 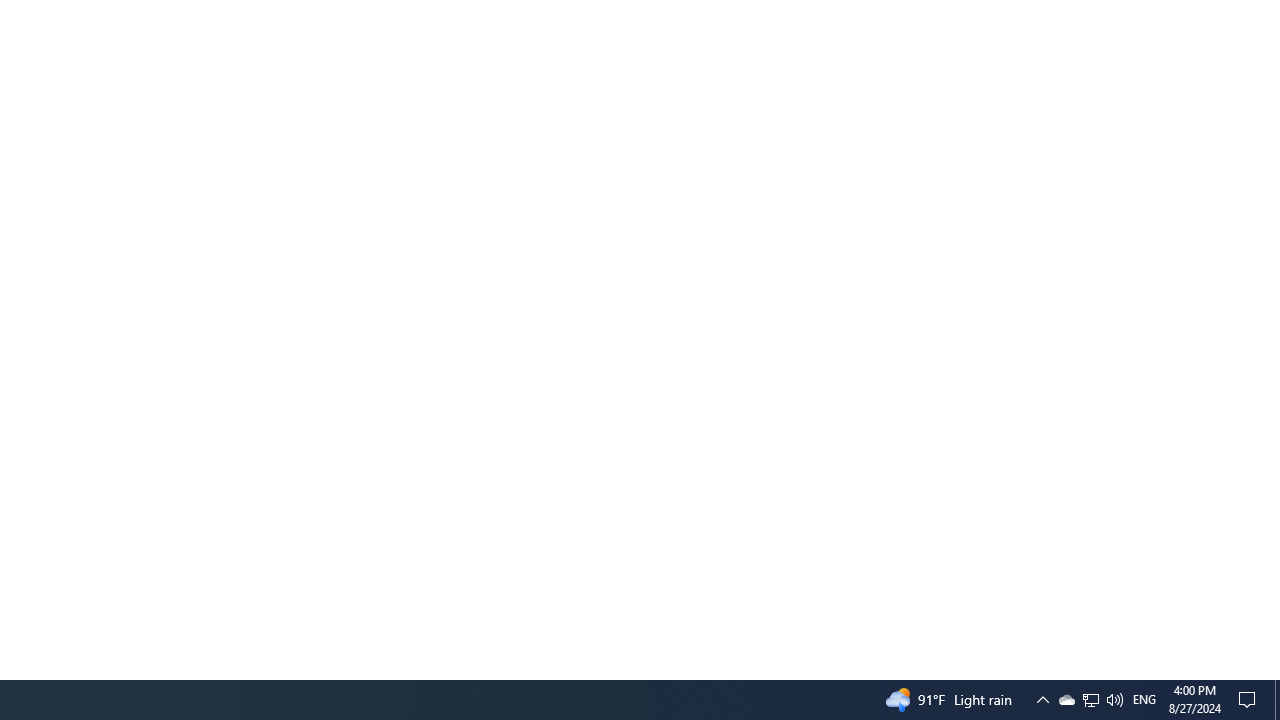 I want to click on 'Tray Input Indicator - English (United States)', so click(x=1090, y=698).